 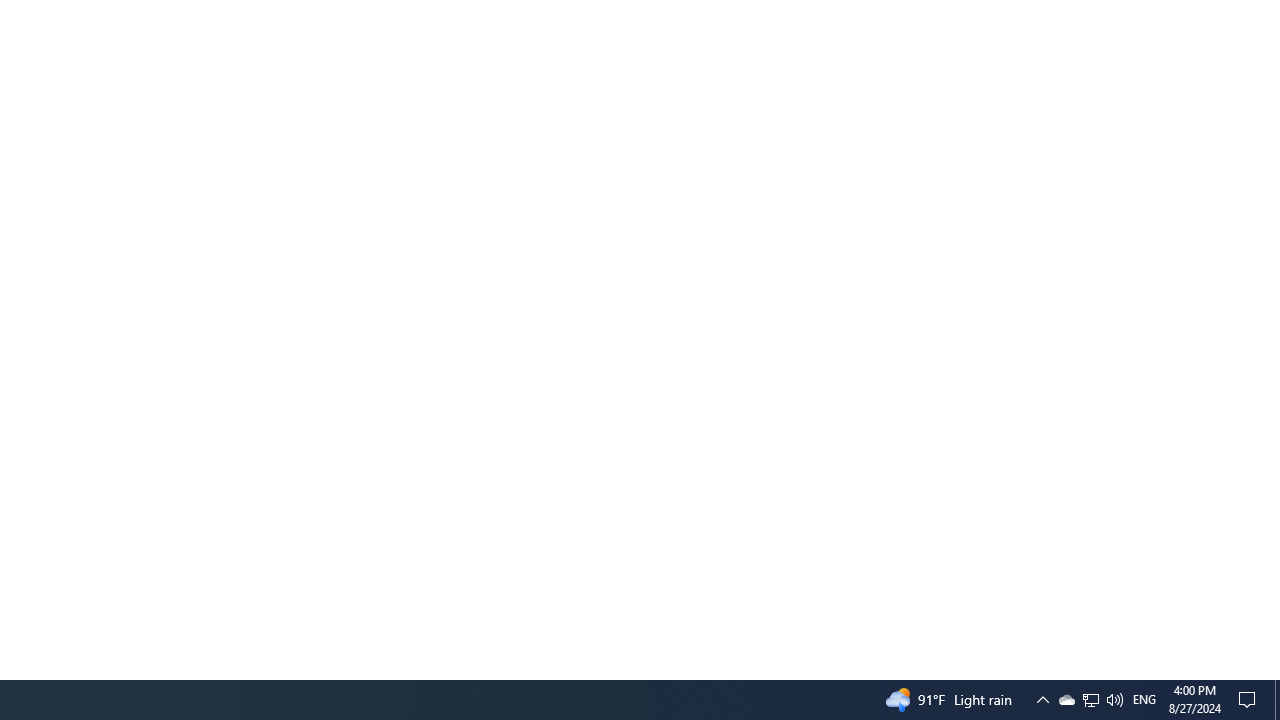 I want to click on 'Tray Input Indicator - English (United States)', so click(x=1090, y=698).